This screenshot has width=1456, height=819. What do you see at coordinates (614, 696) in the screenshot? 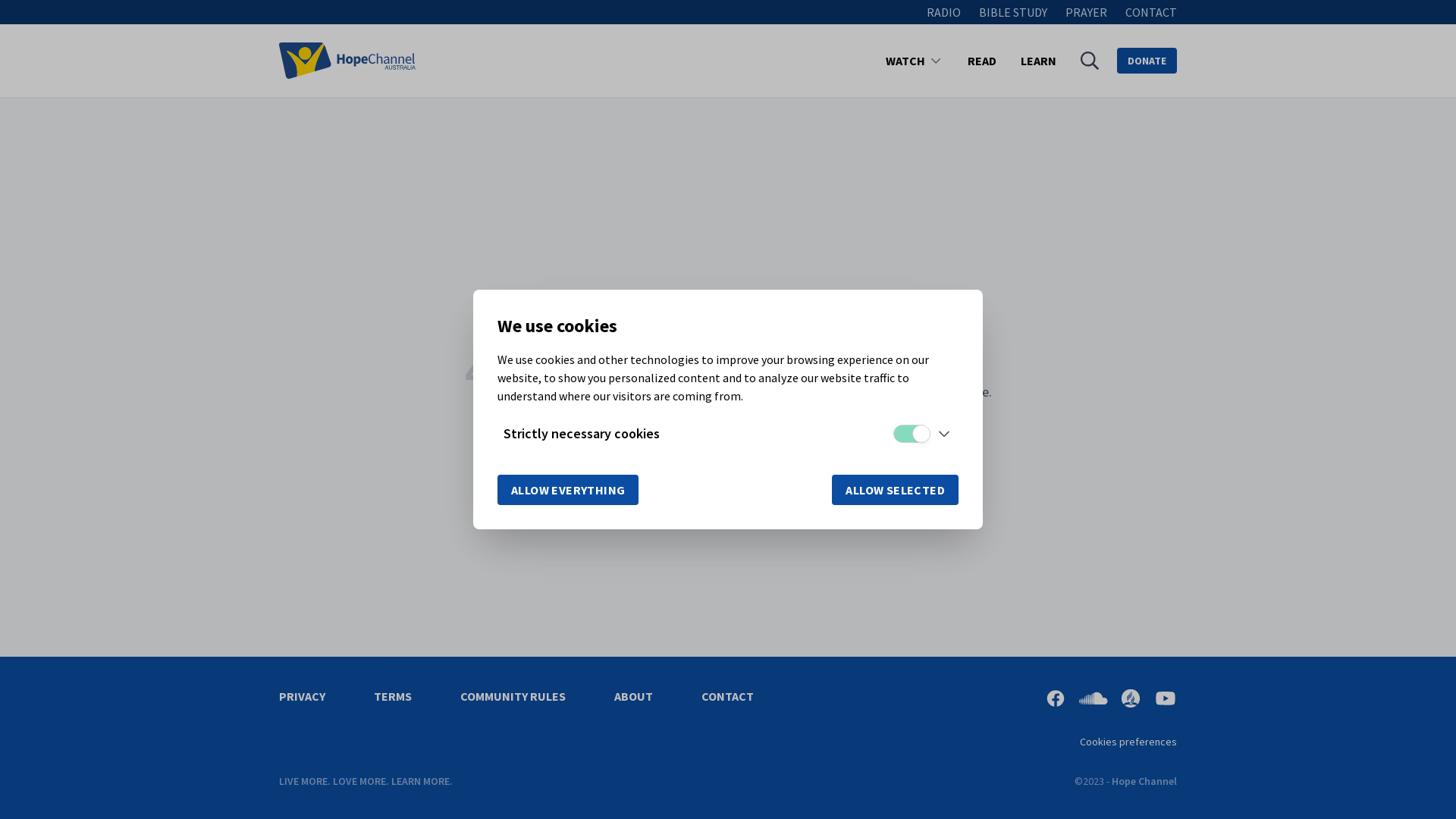
I see `'ABOUT'` at bounding box center [614, 696].